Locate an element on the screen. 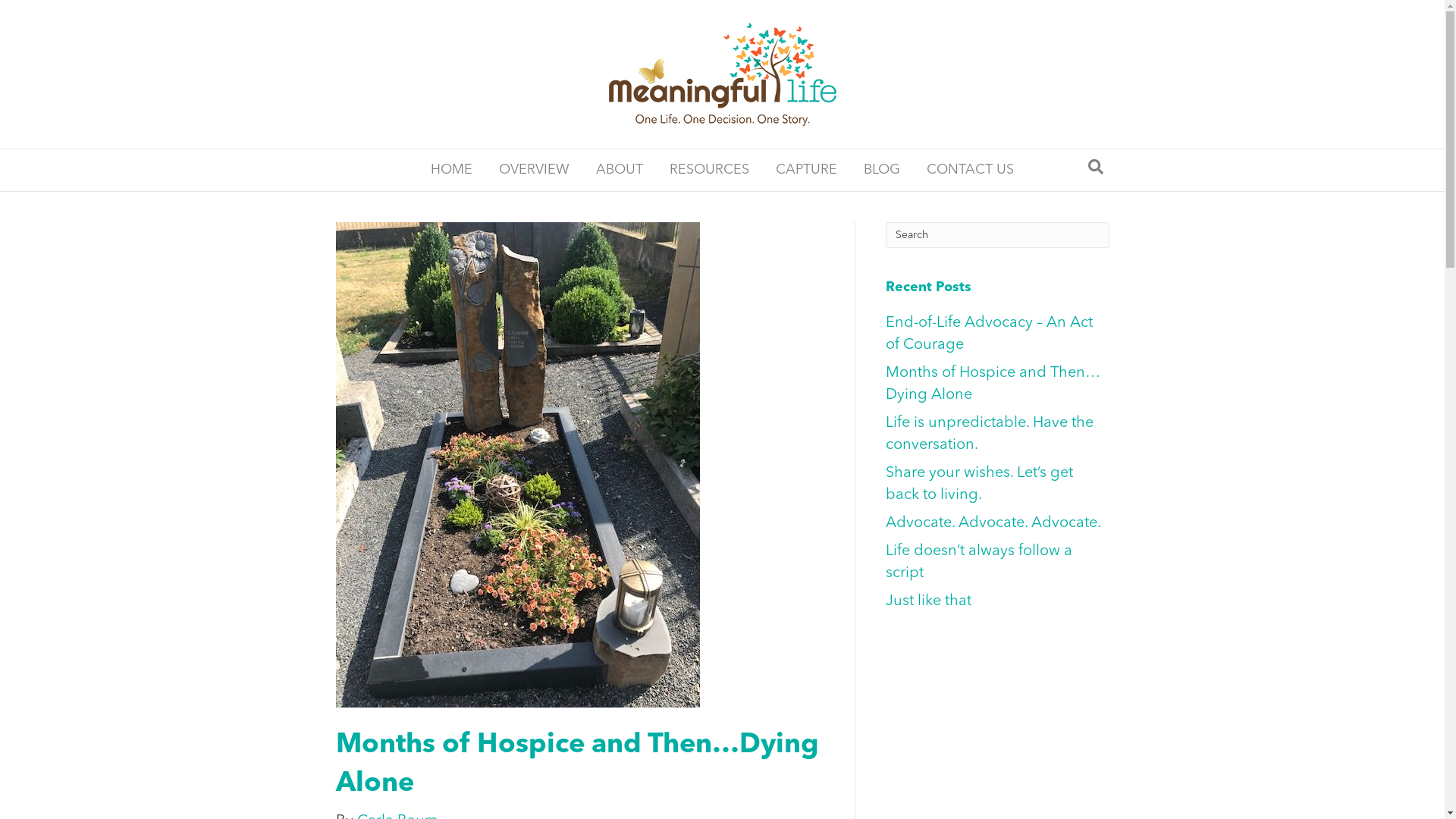  'ABOUT' is located at coordinates (619, 170).